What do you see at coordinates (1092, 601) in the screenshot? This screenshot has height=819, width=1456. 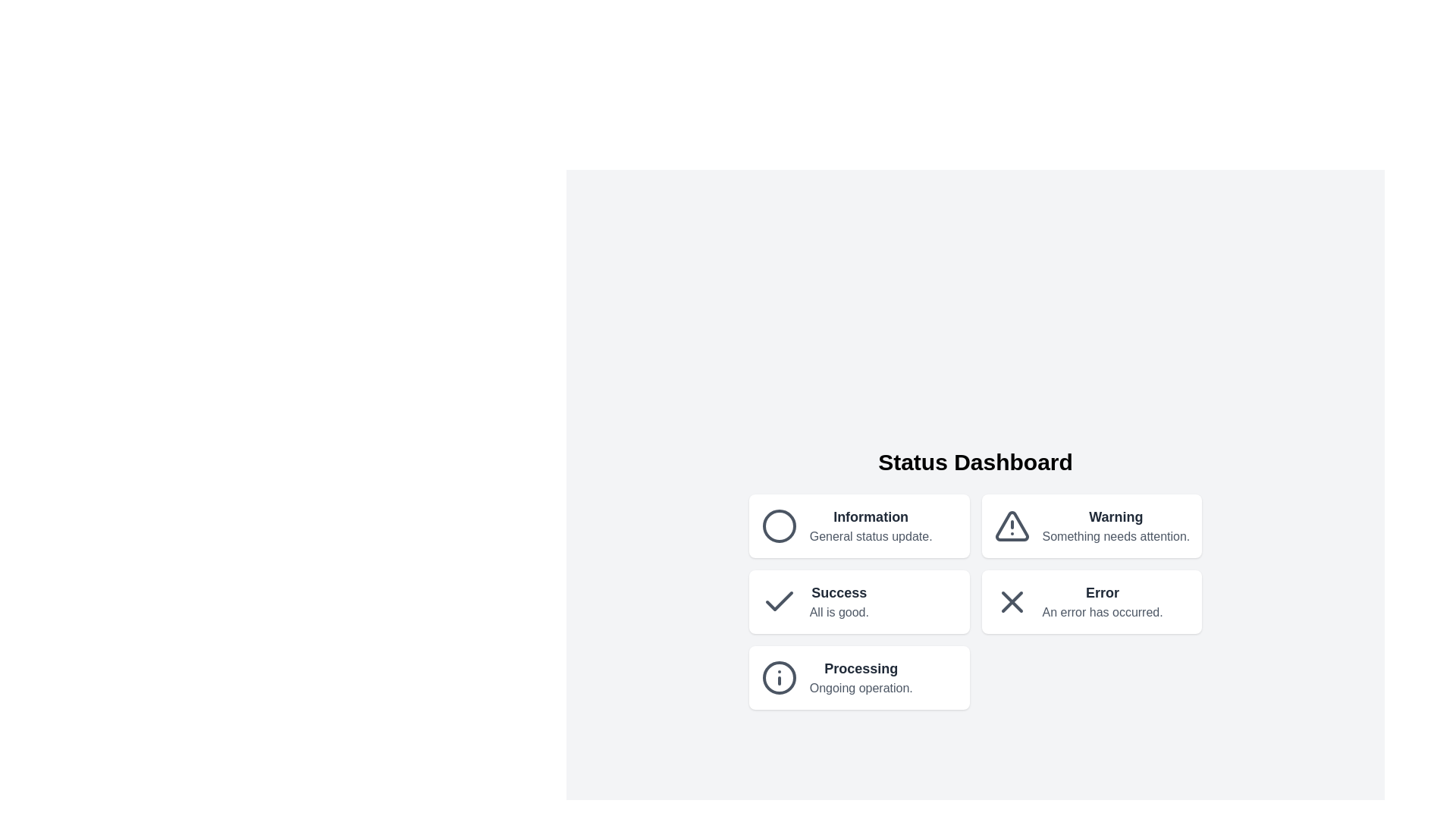 I see `contents of the Notification Card located in the bottom-right corner of the grid layout, which has a white background, rounded corners, and contains a cross icon on the left` at bounding box center [1092, 601].